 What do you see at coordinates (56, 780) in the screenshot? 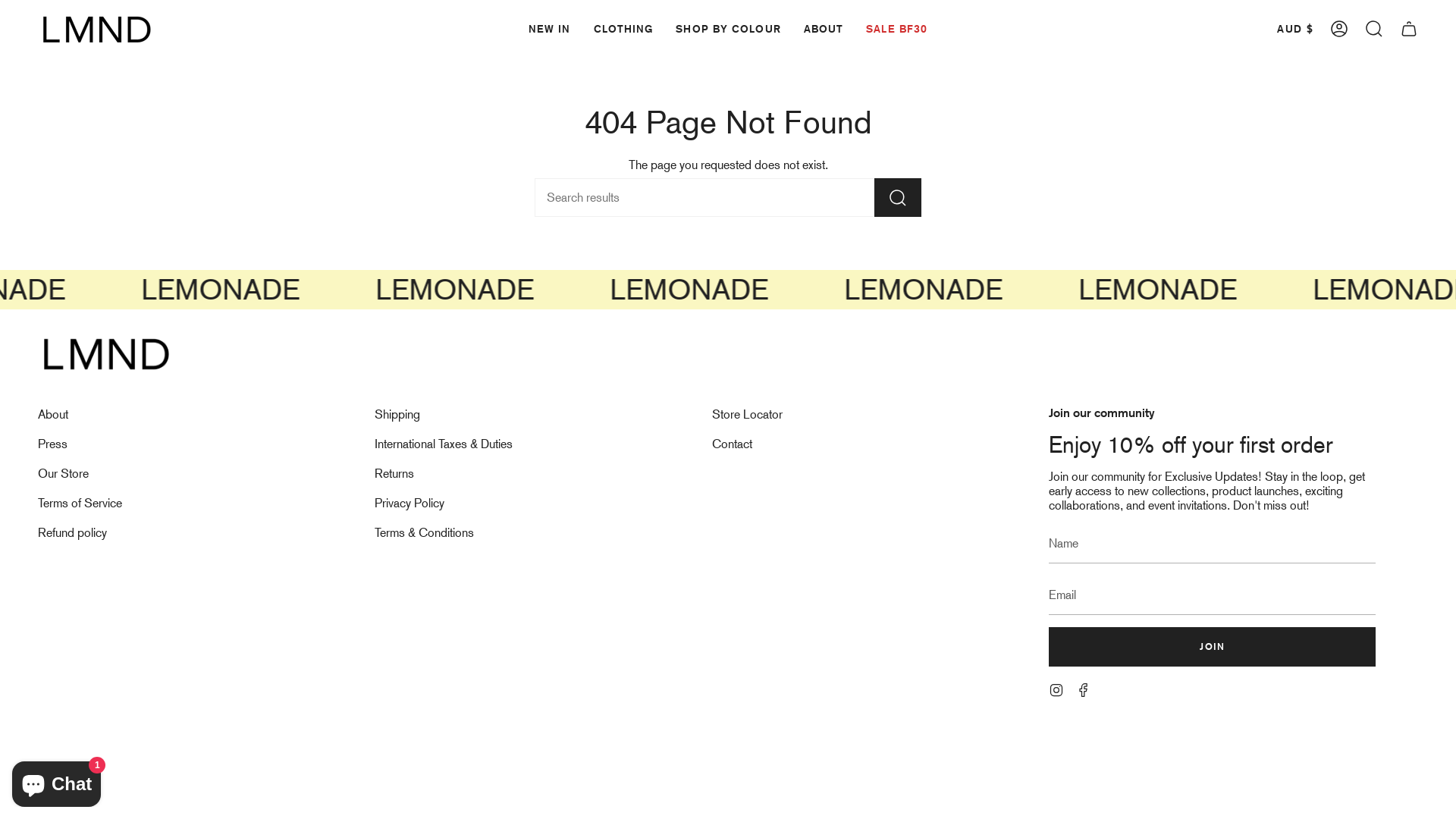
I see `'Shopify online store chat'` at bounding box center [56, 780].